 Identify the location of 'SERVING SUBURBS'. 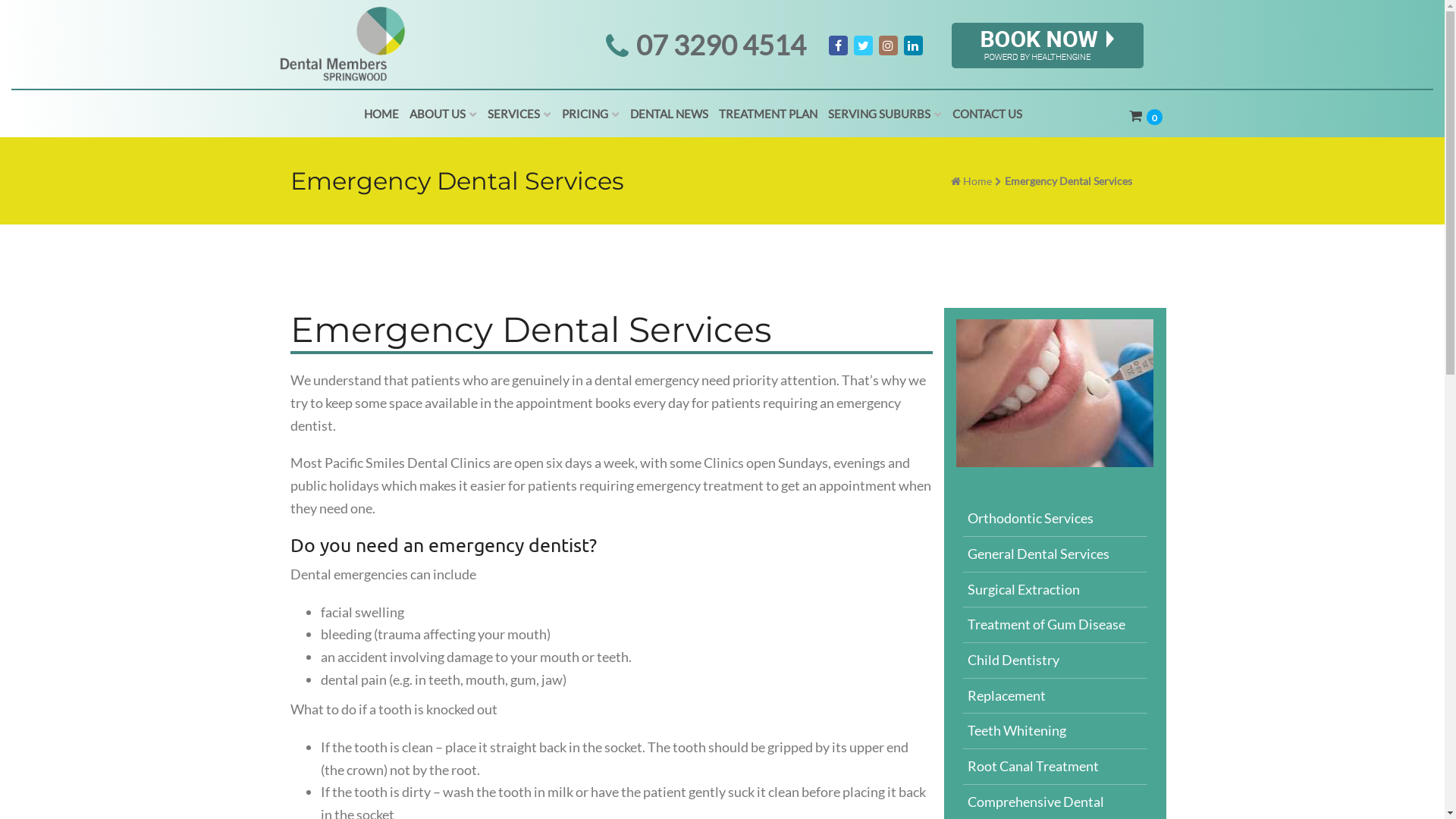
(884, 113).